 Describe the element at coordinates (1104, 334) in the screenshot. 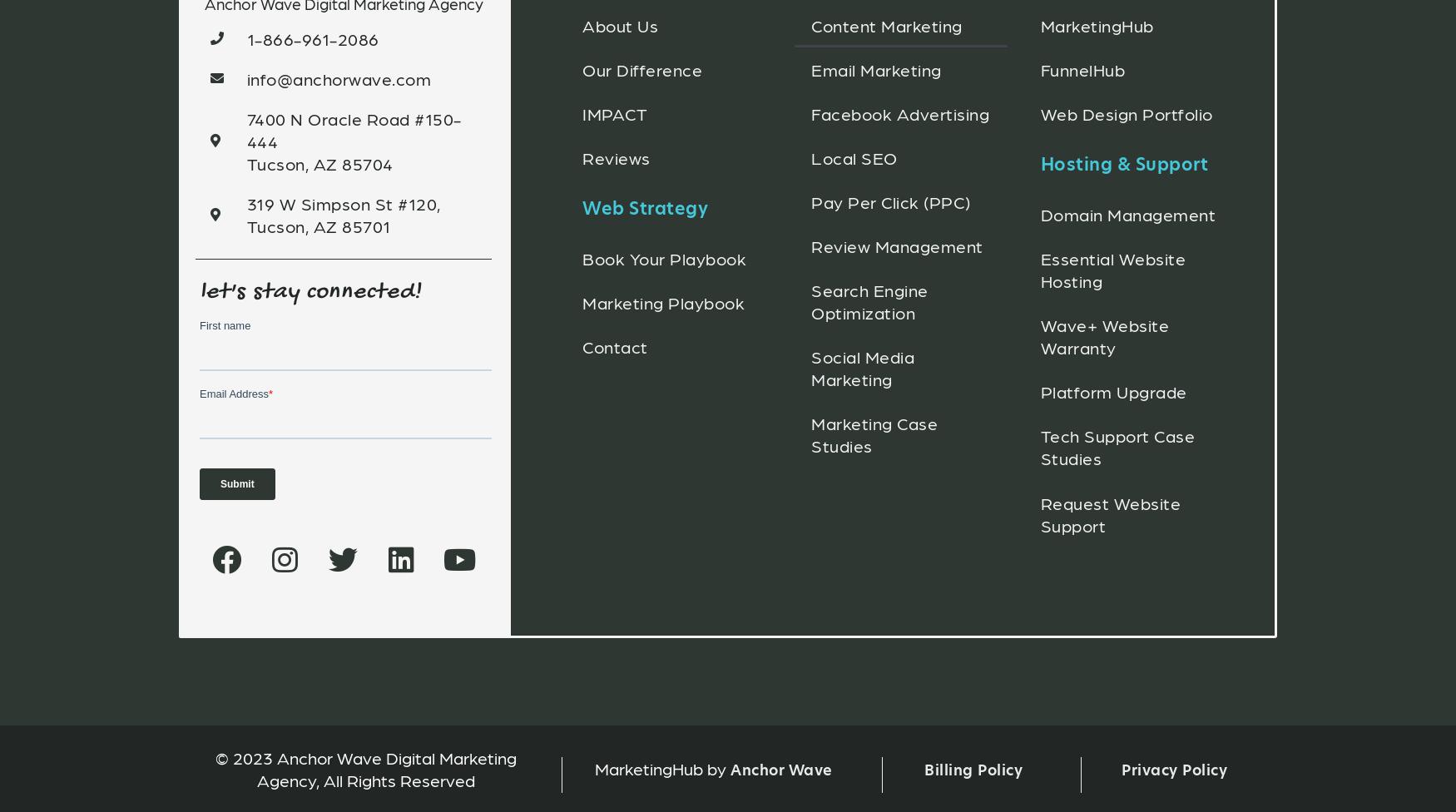

I see `'Wave+ Website Warranty'` at that location.